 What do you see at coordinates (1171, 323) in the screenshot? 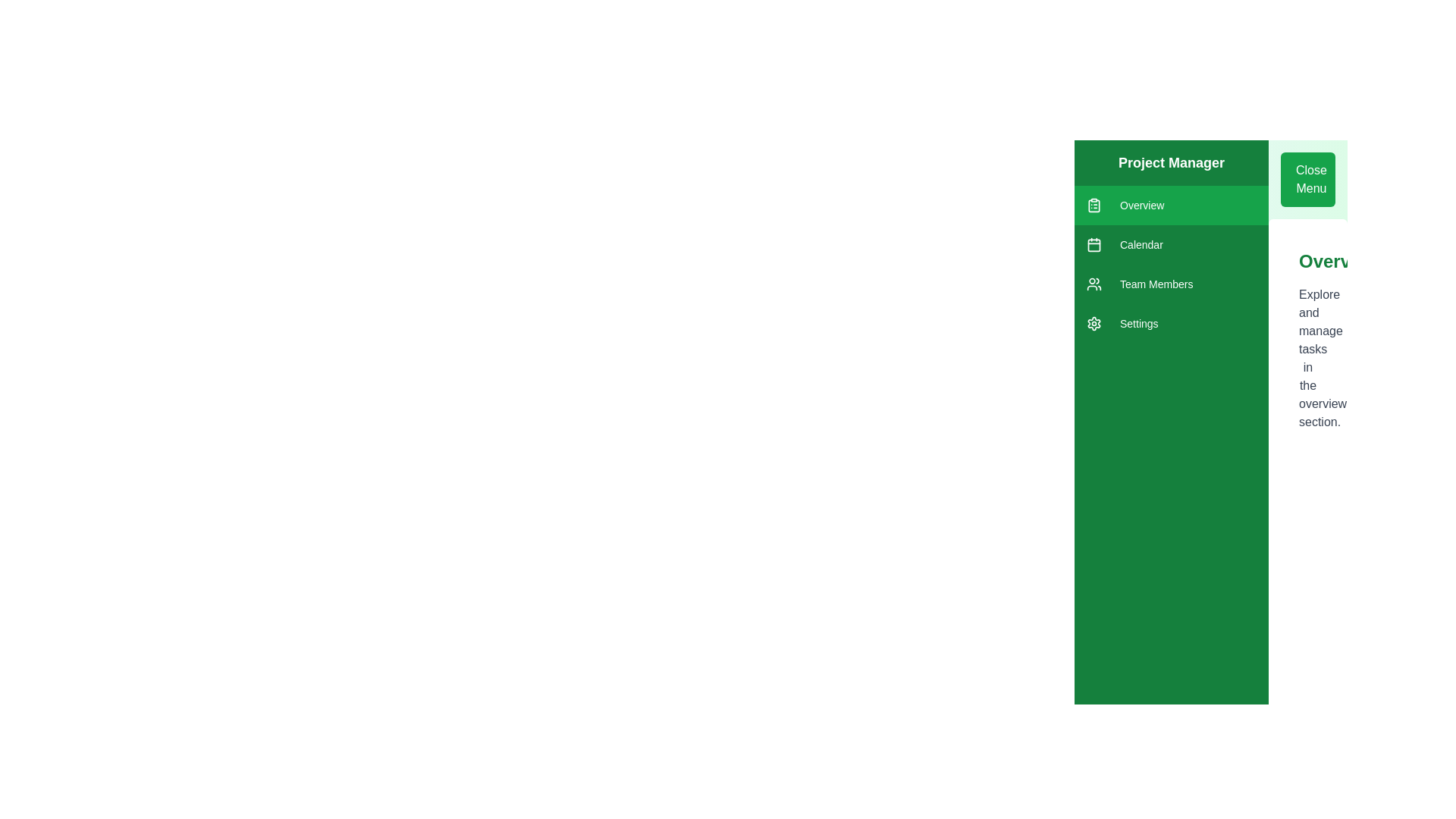
I see `the 'Settings' menu item to navigate to the 'Settings' section` at bounding box center [1171, 323].